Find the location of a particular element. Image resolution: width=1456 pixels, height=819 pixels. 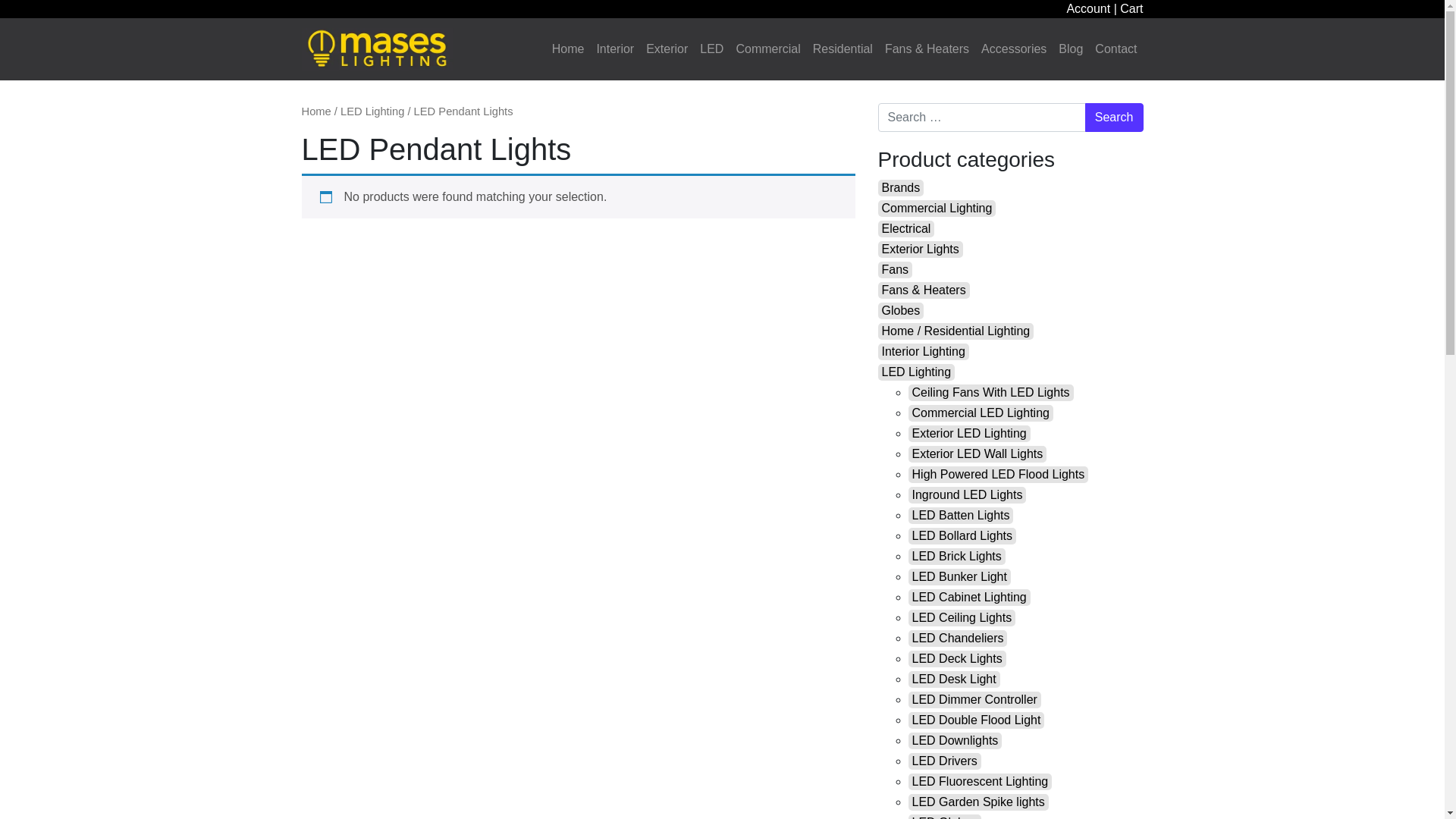

'Commercial LED Lighting' is located at coordinates (981, 413).